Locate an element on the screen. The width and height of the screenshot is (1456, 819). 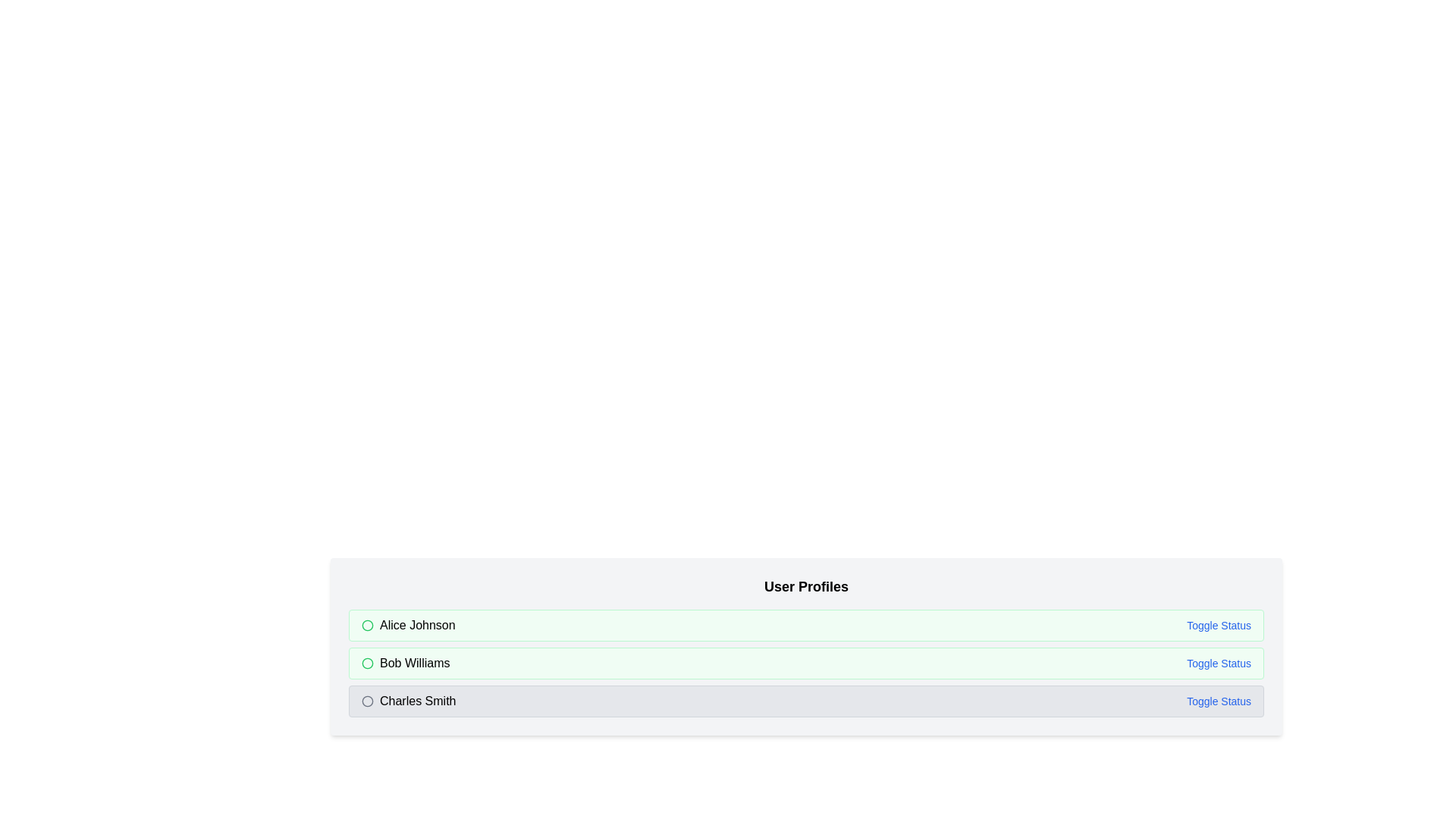
the text label displaying 'Charles Smith', which is located next to a circular icon in the user profiles section is located at coordinates (409, 701).